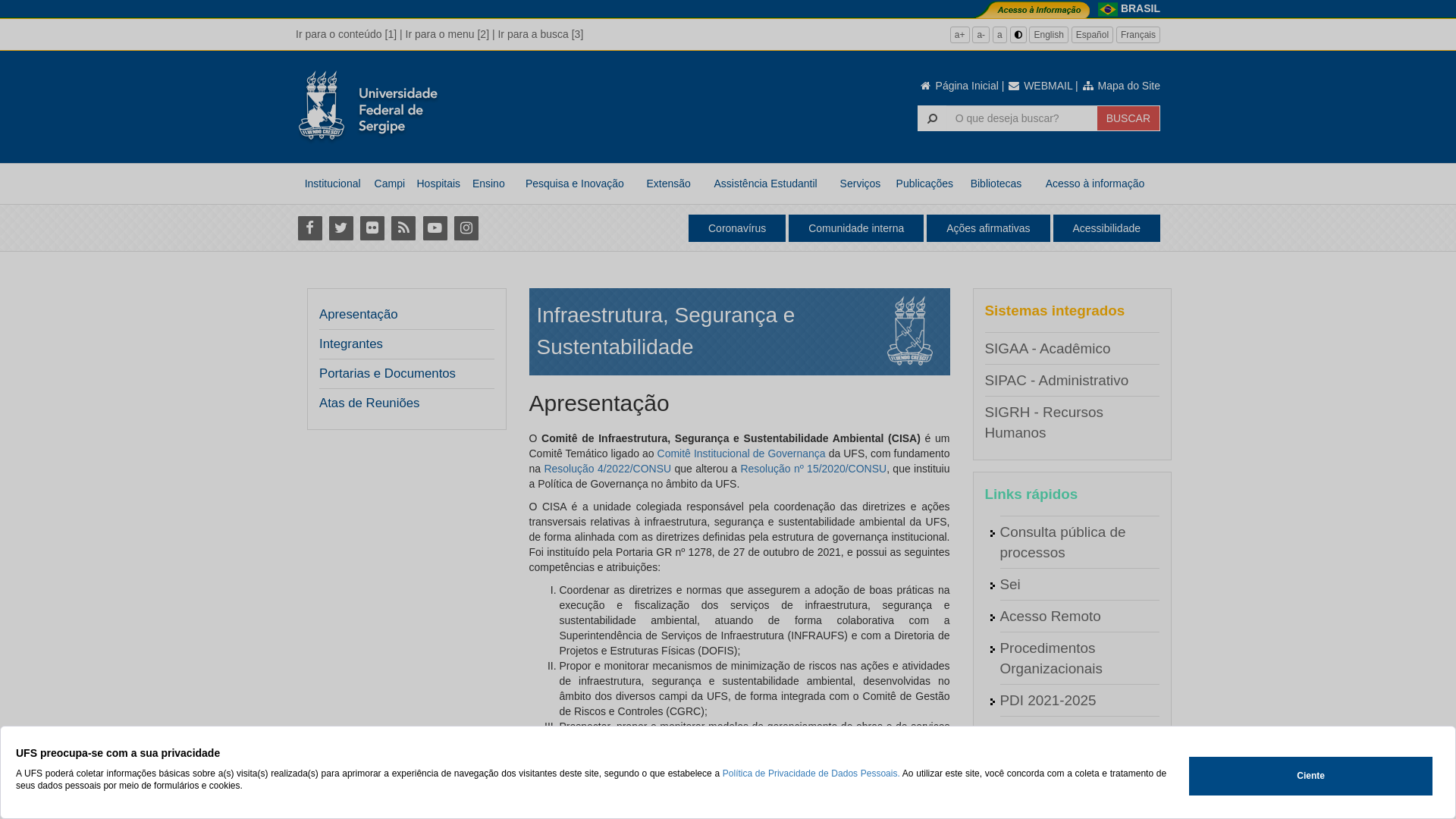 Image resolution: width=1456 pixels, height=819 pixels. I want to click on 'WEBMAIL', so click(1039, 85).